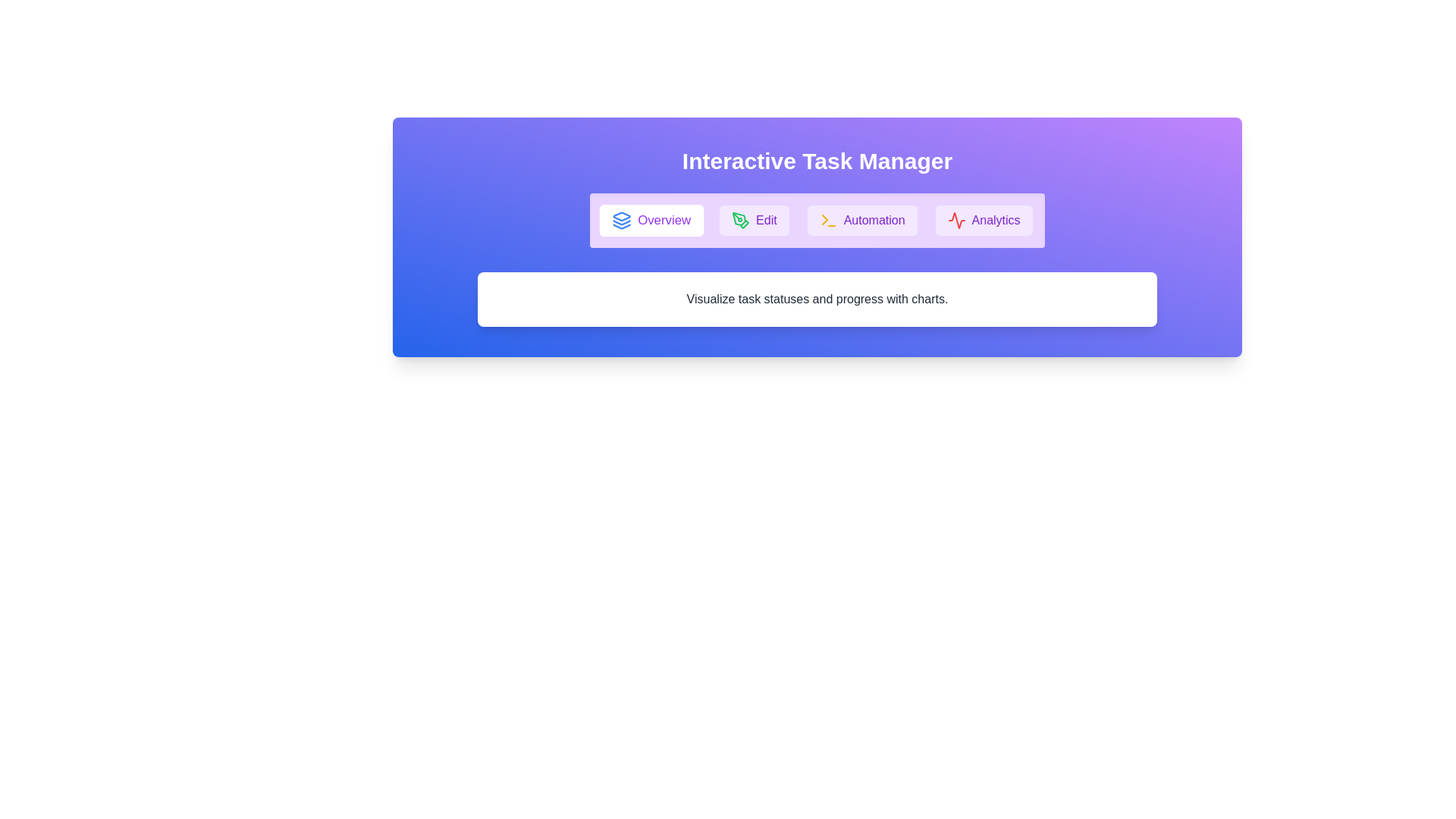  What do you see at coordinates (651, 220) in the screenshot?
I see `the tab button labeled Overview` at bounding box center [651, 220].